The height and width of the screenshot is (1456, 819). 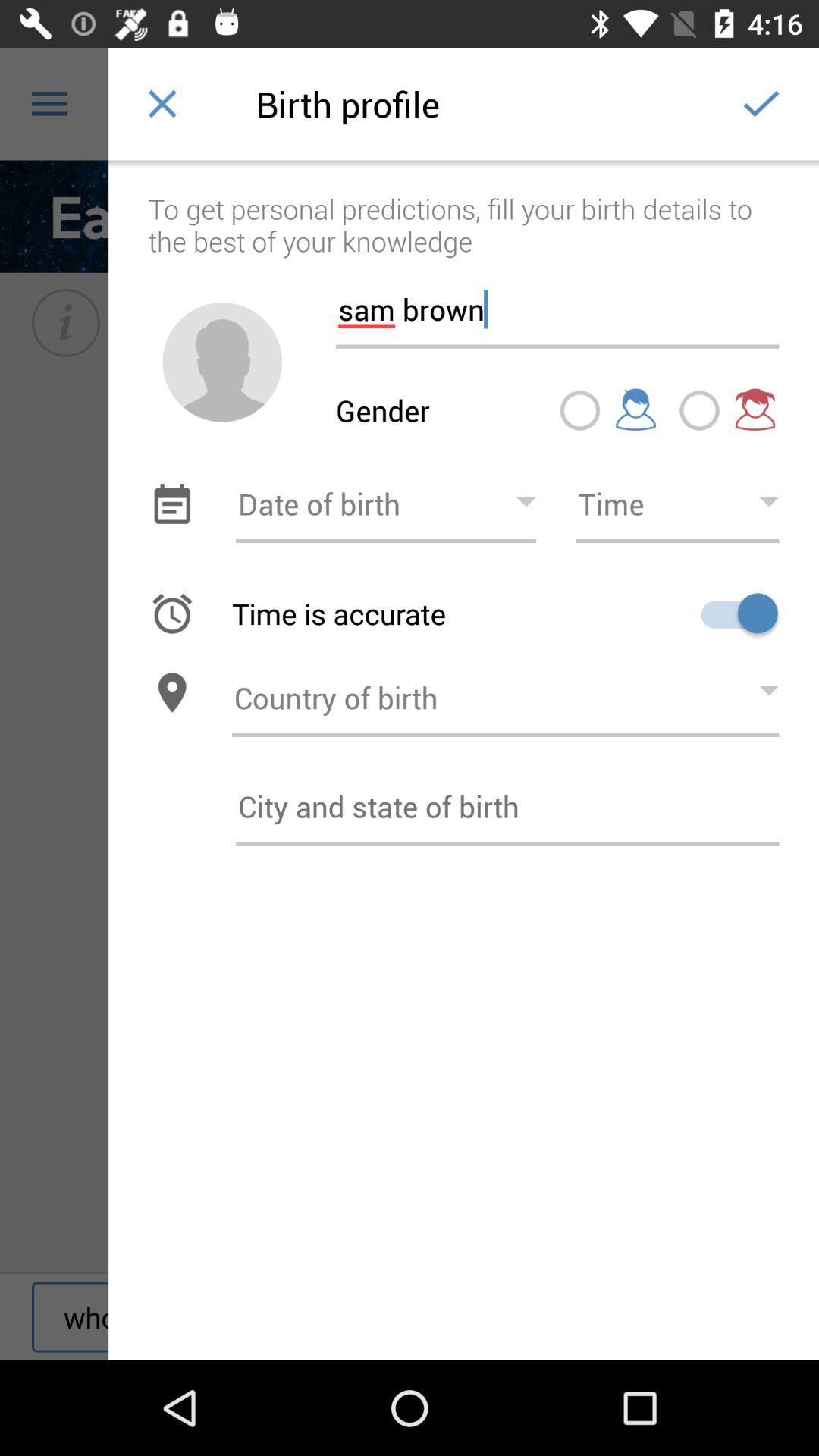 What do you see at coordinates (733, 613) in the screenshot?
I see `'time is accurate option` at bounding box center [733, 613].